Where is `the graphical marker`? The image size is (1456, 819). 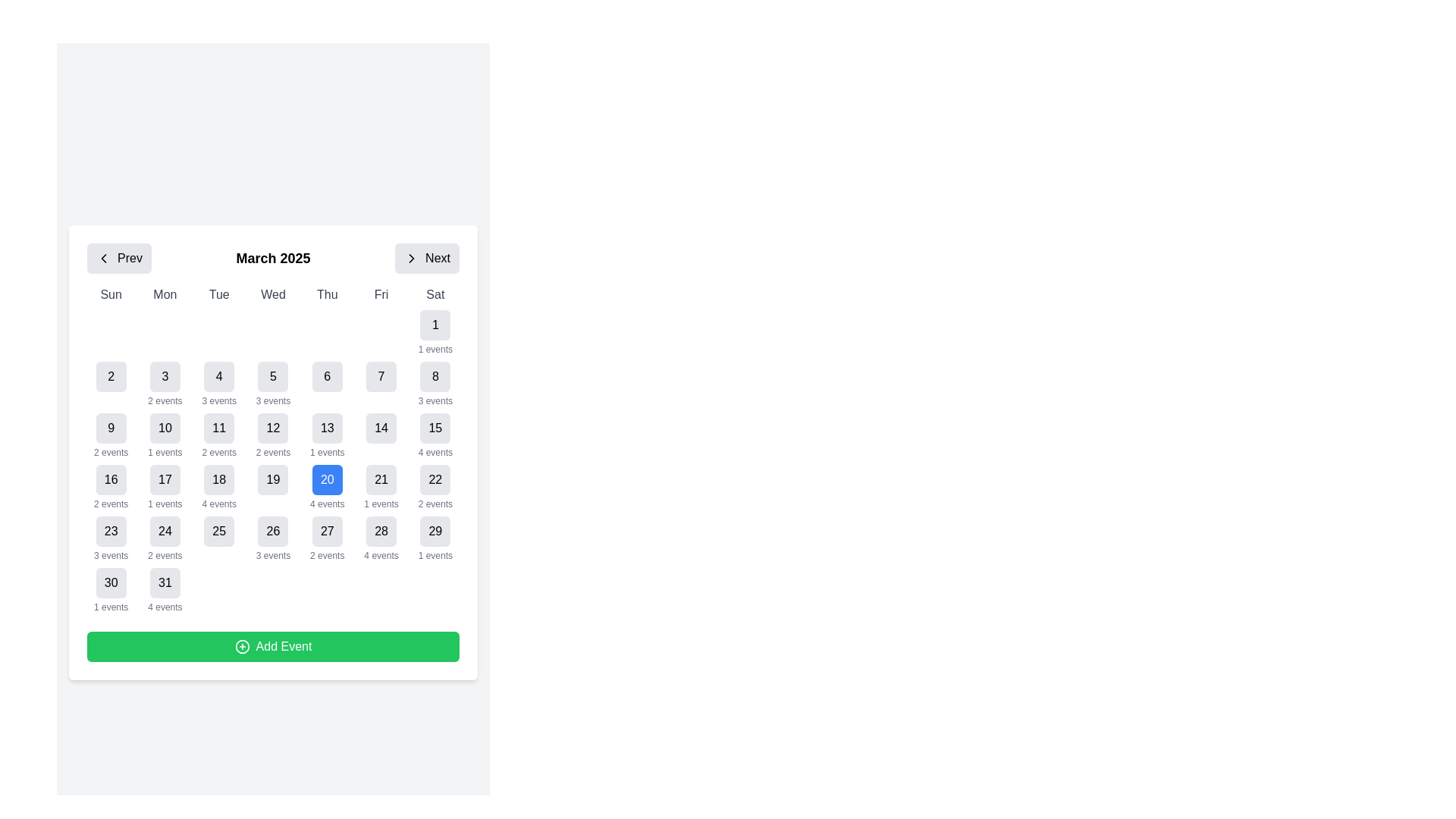 the graphical marker is located at coordinates (326, 332).